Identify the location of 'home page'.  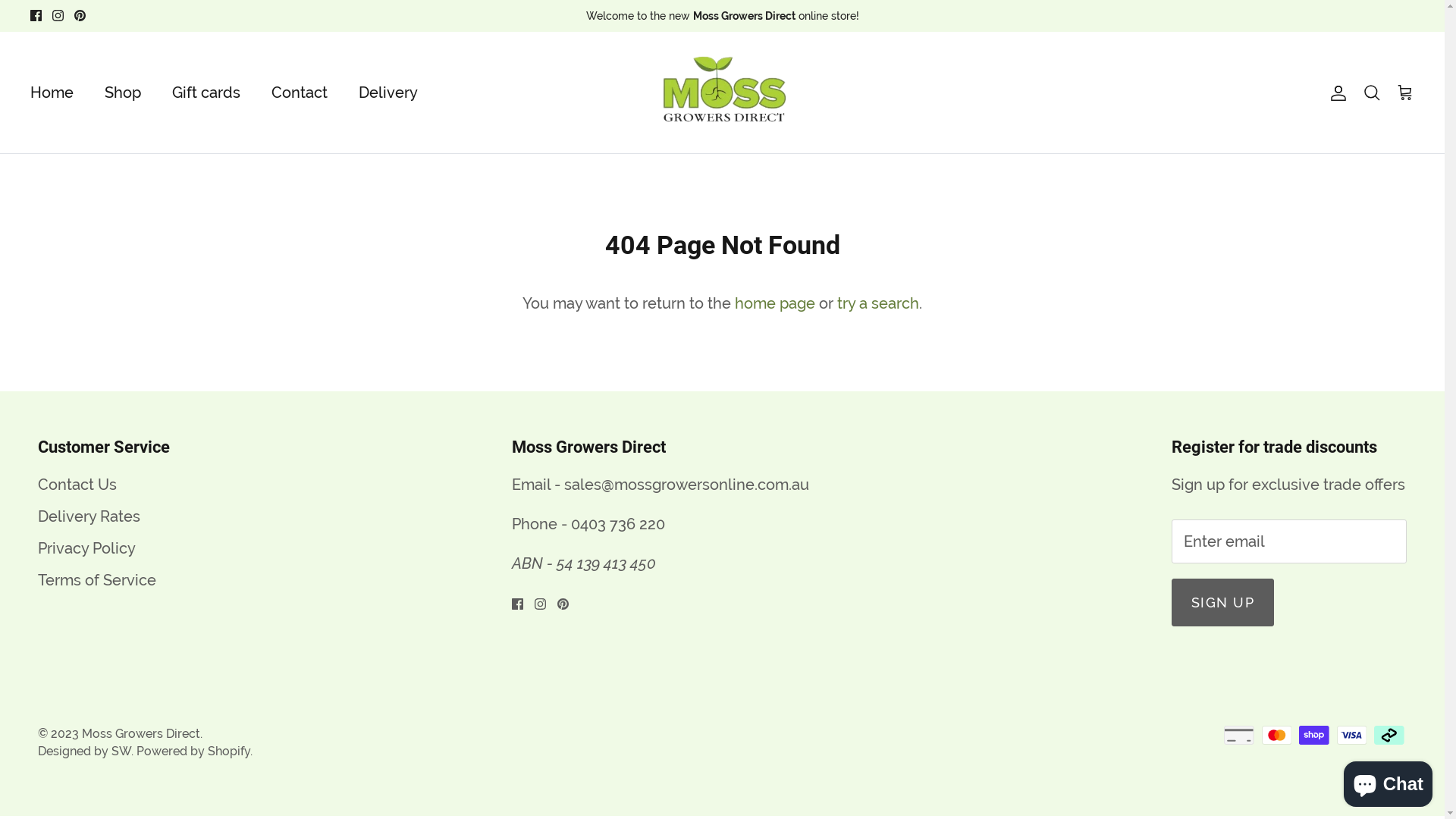
(775, 303).